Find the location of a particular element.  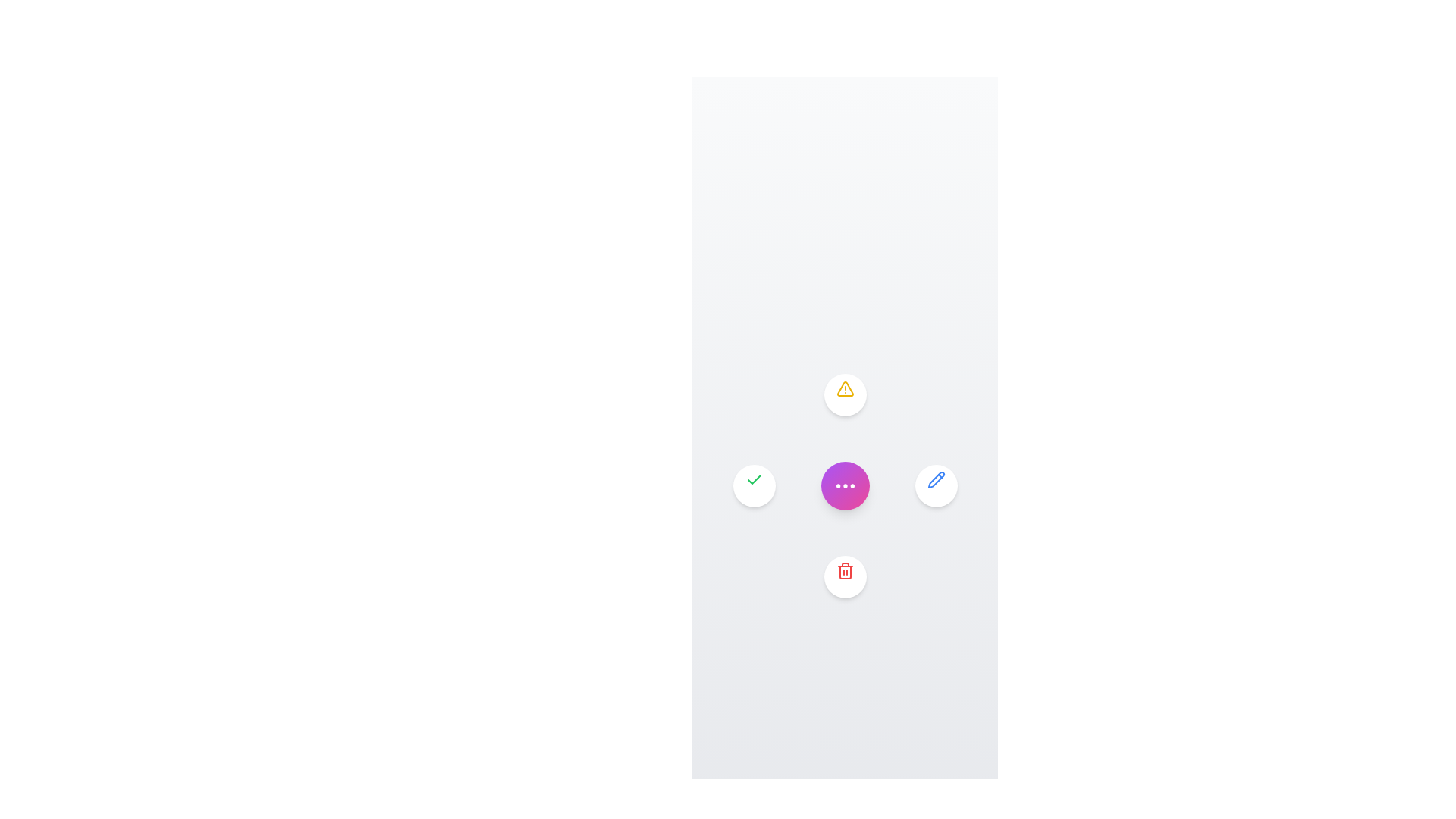

the central button to toggle the radial menu is located at coordinates (844, 485).